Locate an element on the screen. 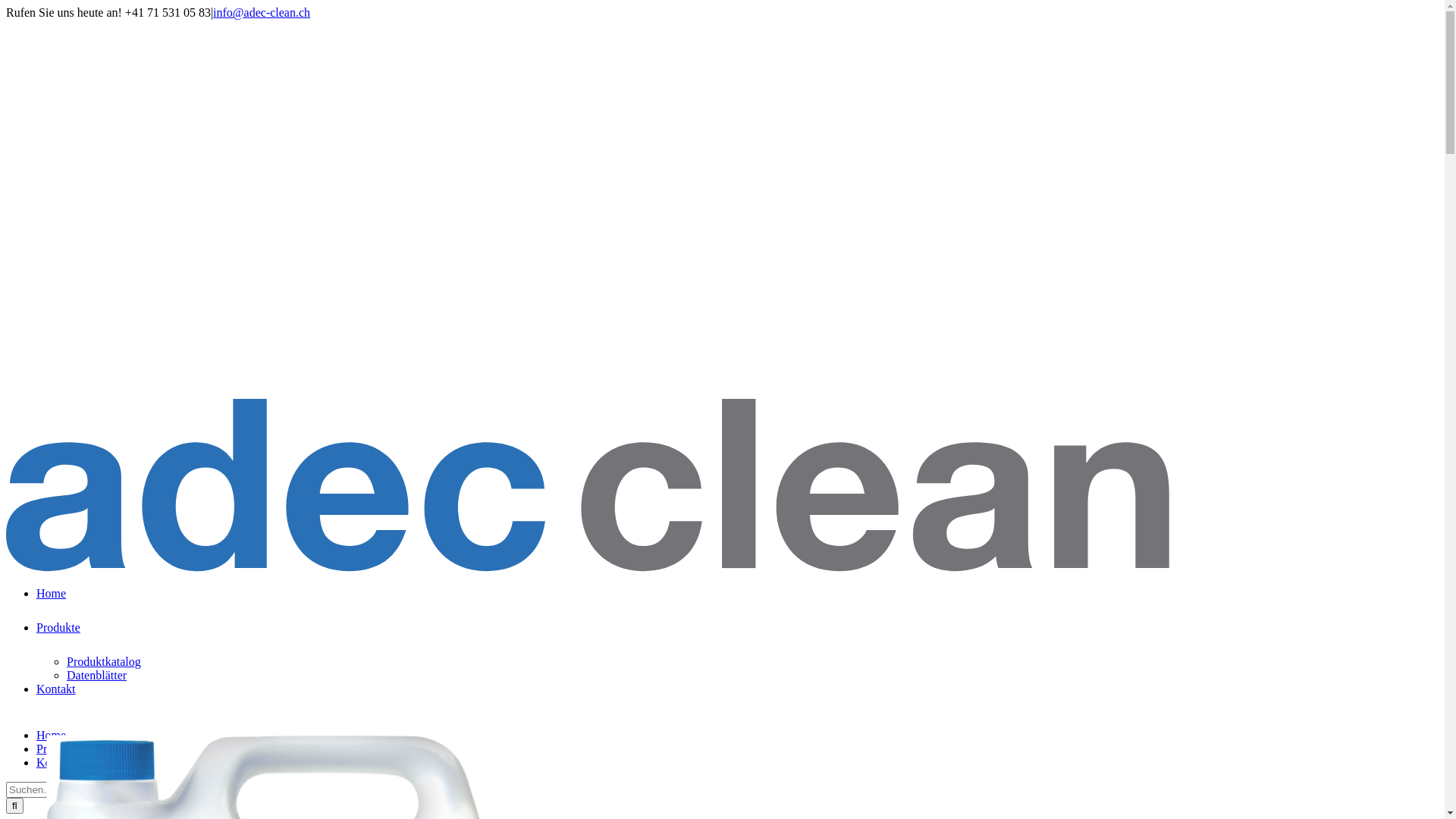  'Produkte' is located at coordinates (58, 748).